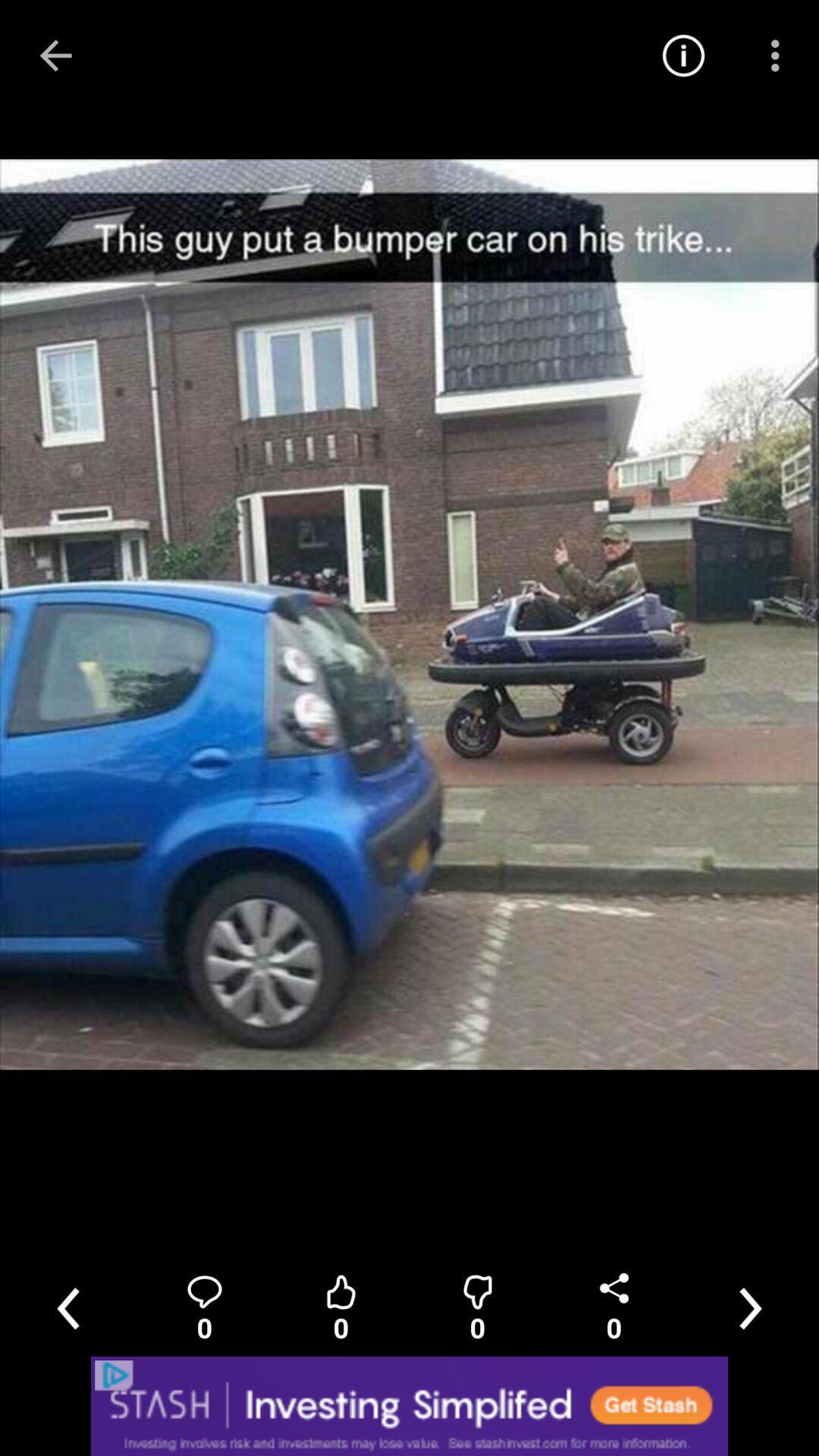 This screenshot has height=1456, width=819. I want to click on the avatar icon, so click(476, 1291).